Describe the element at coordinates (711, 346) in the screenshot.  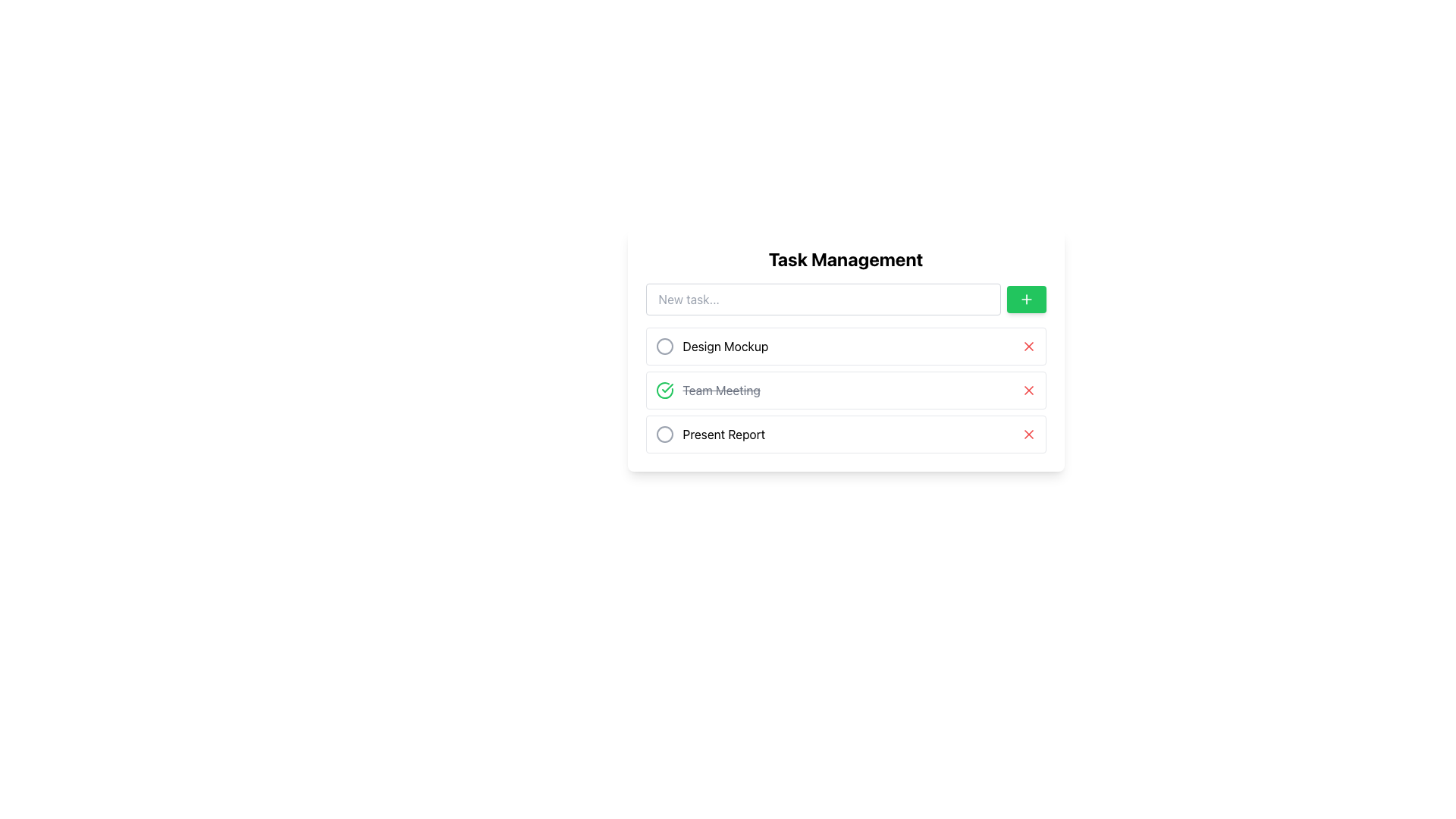
I see `the 'Design Mockup' task element, which is the first item under the 'Task Management' header` at that location.